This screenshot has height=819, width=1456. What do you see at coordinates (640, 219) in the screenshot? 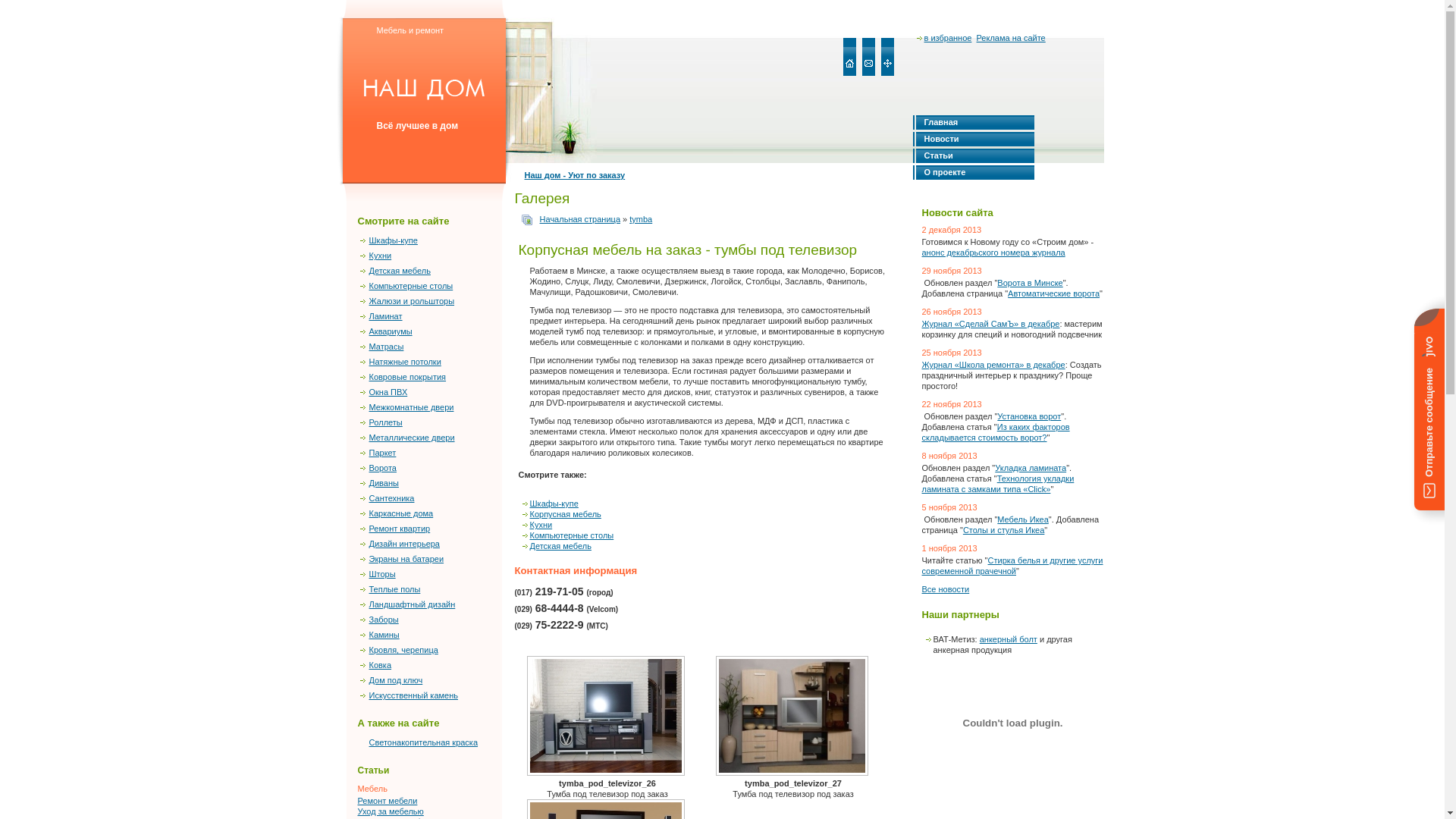
I see `'tymba'` at bounding box center [640, 219].